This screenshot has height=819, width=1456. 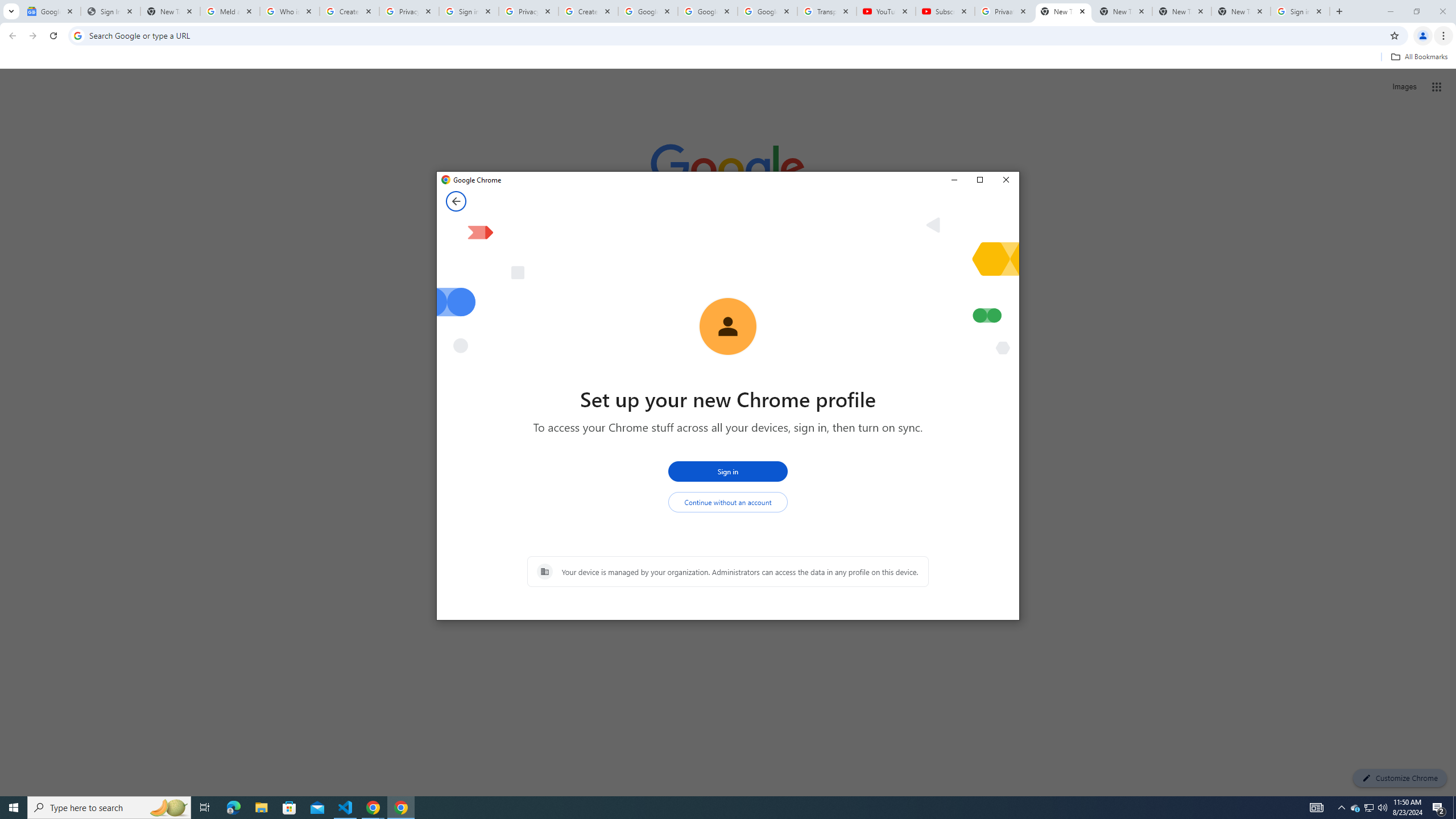 I want to click on 'Running applications', so click(x=717, y=806).